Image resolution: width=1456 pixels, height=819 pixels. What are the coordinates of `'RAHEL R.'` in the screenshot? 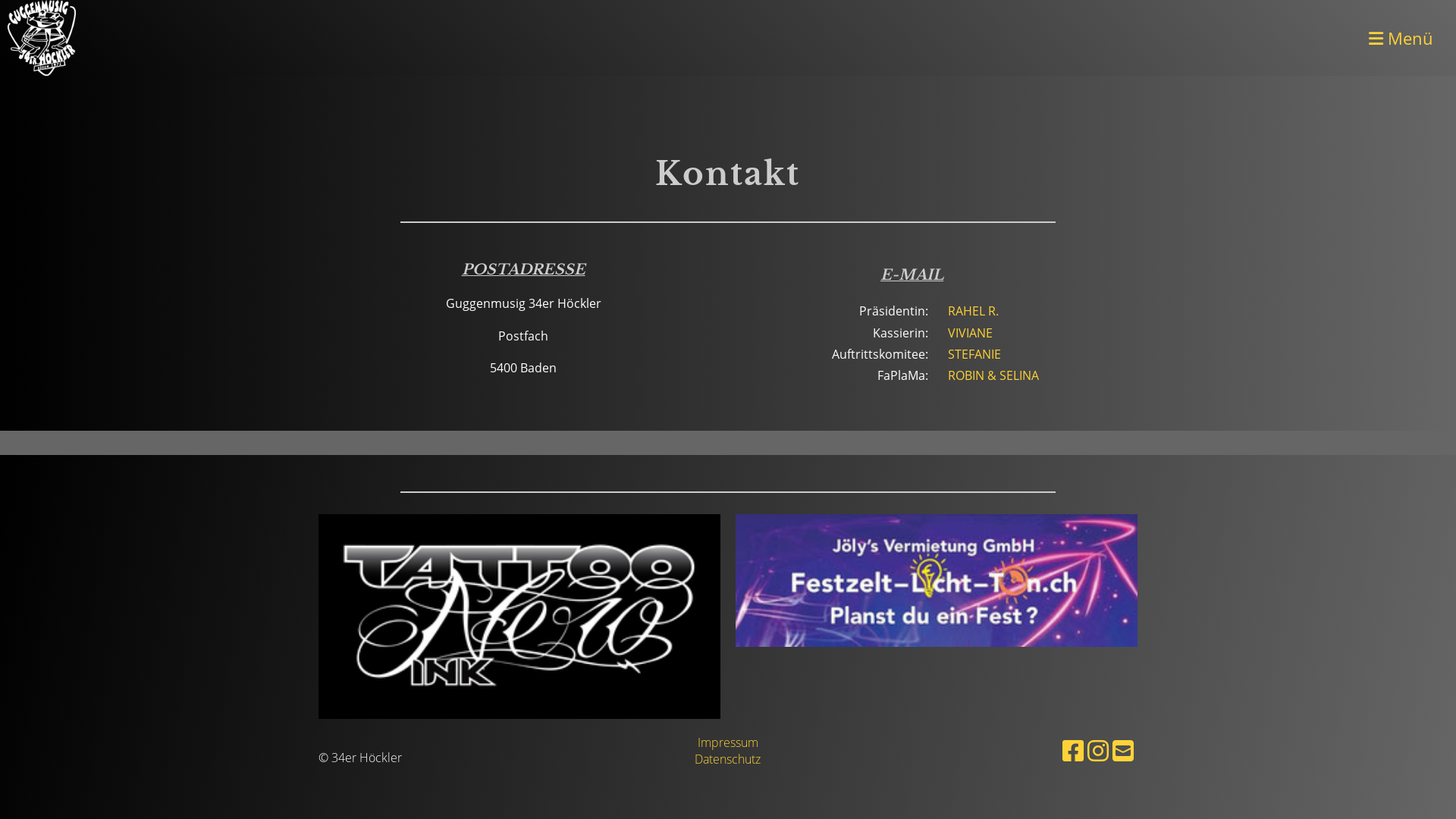 It's located at (973, 309).